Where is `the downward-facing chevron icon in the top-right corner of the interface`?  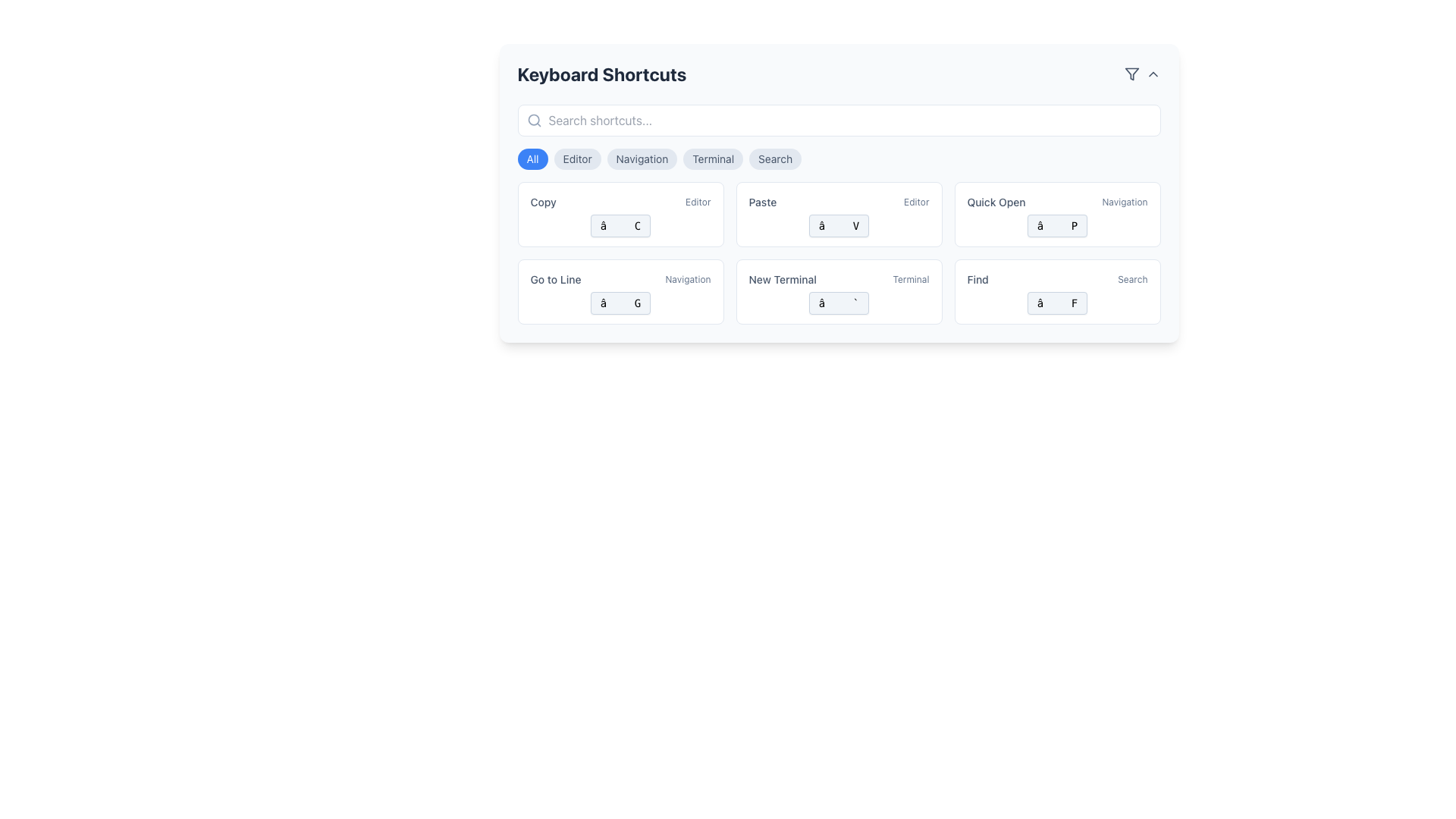
the downward-facing chevron icon in the top-right corner of the interface is located at coordinates (1153, 74).